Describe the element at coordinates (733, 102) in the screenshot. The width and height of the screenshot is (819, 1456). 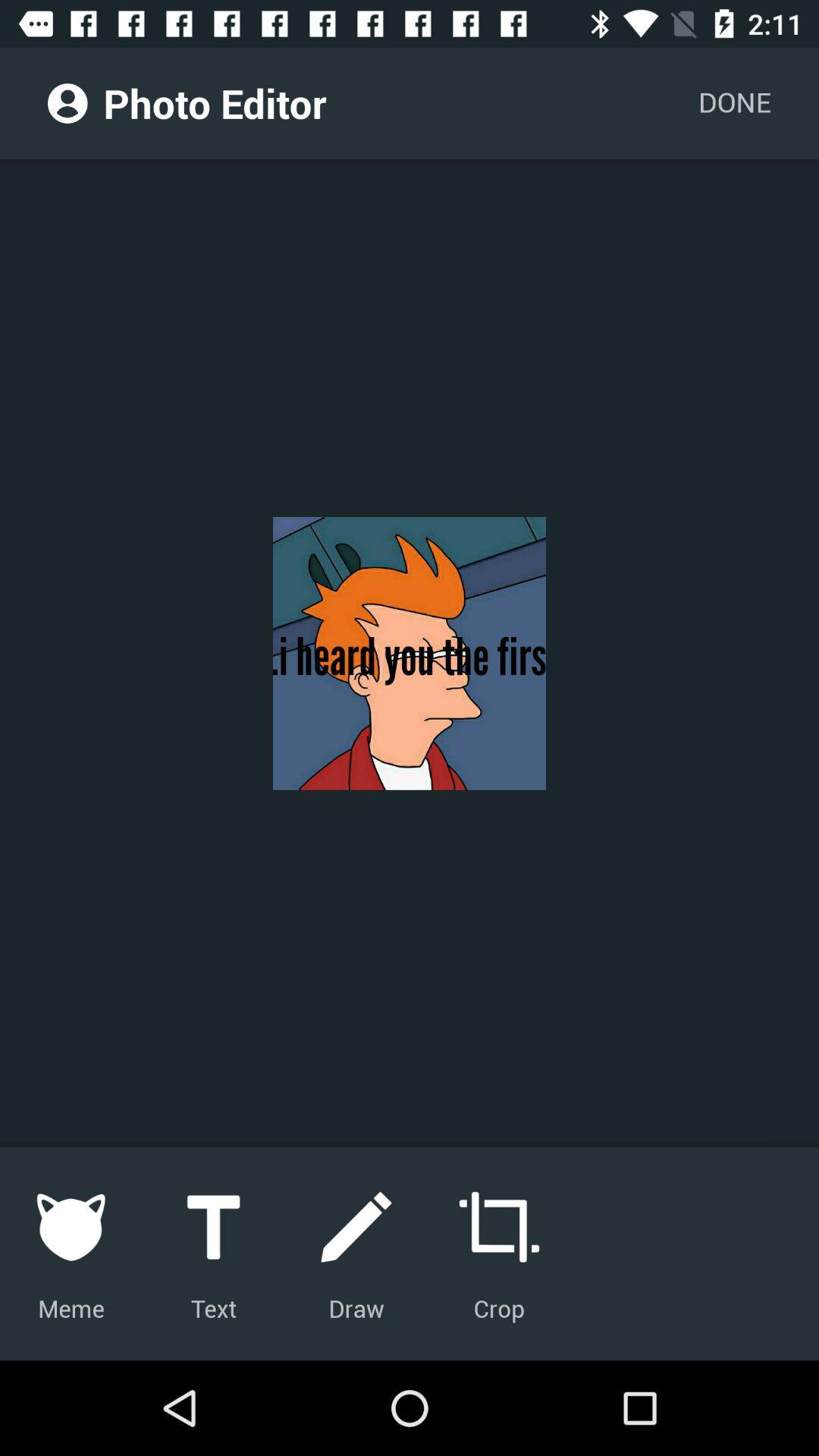
I see `the icon at the top right corner` at that location.